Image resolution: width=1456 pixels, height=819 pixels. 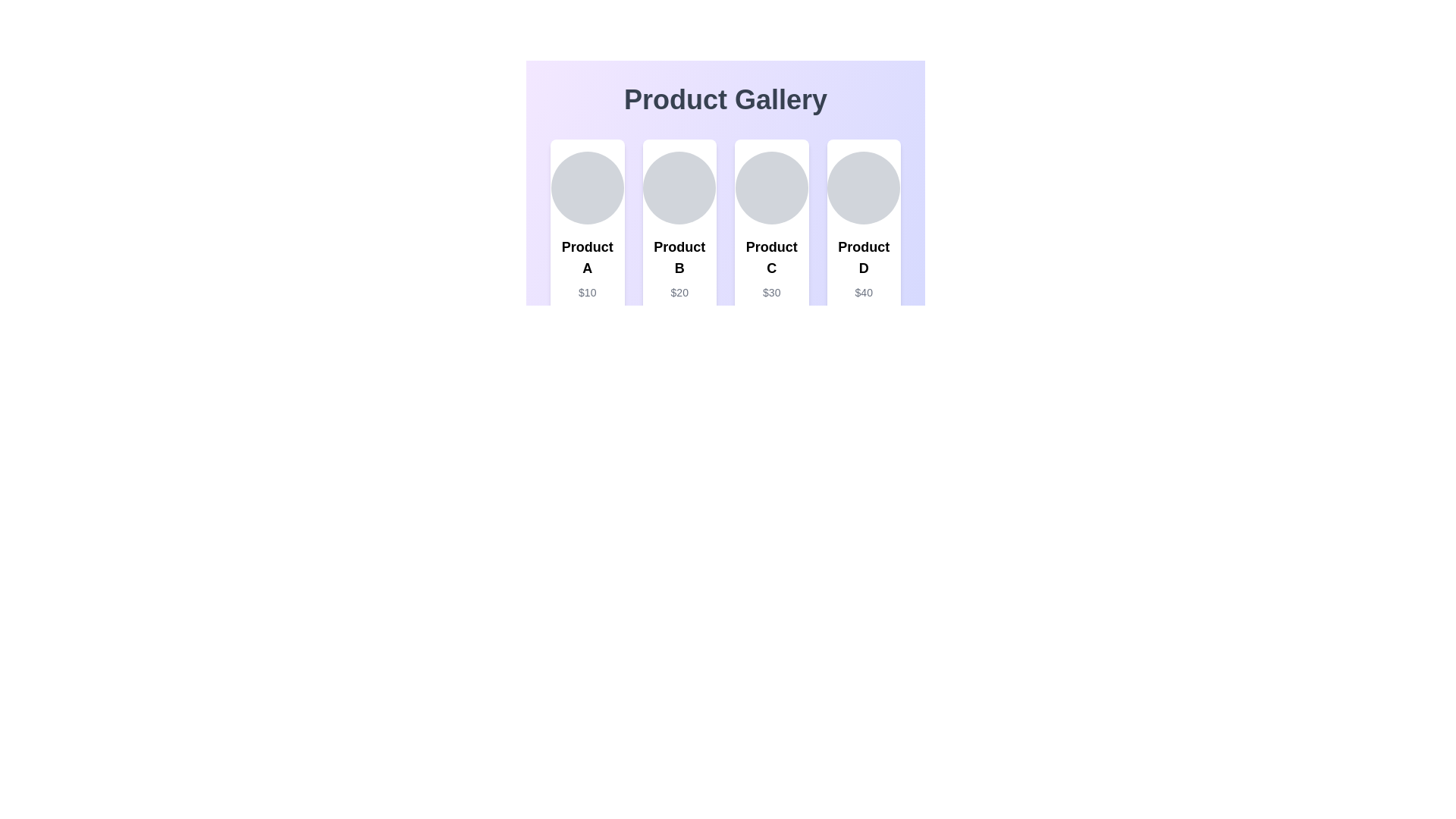 I want to click on text label that serves as the title for 'Product A', located directly below the circular image in the first column of the layout, so click(x=586, y=256).